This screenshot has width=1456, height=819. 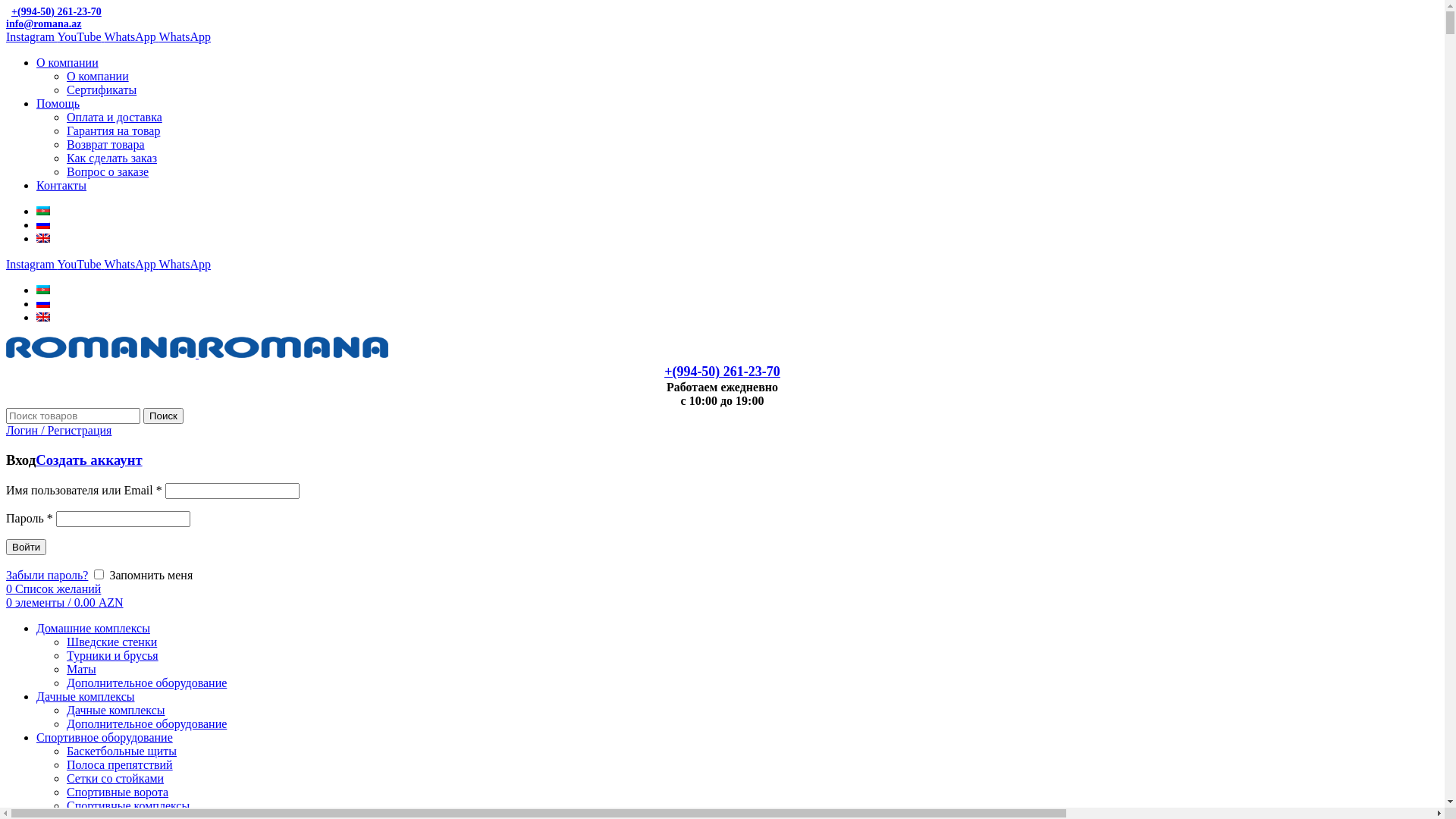 I want to click on 'WhatsApp', so click(x=130, y=36).